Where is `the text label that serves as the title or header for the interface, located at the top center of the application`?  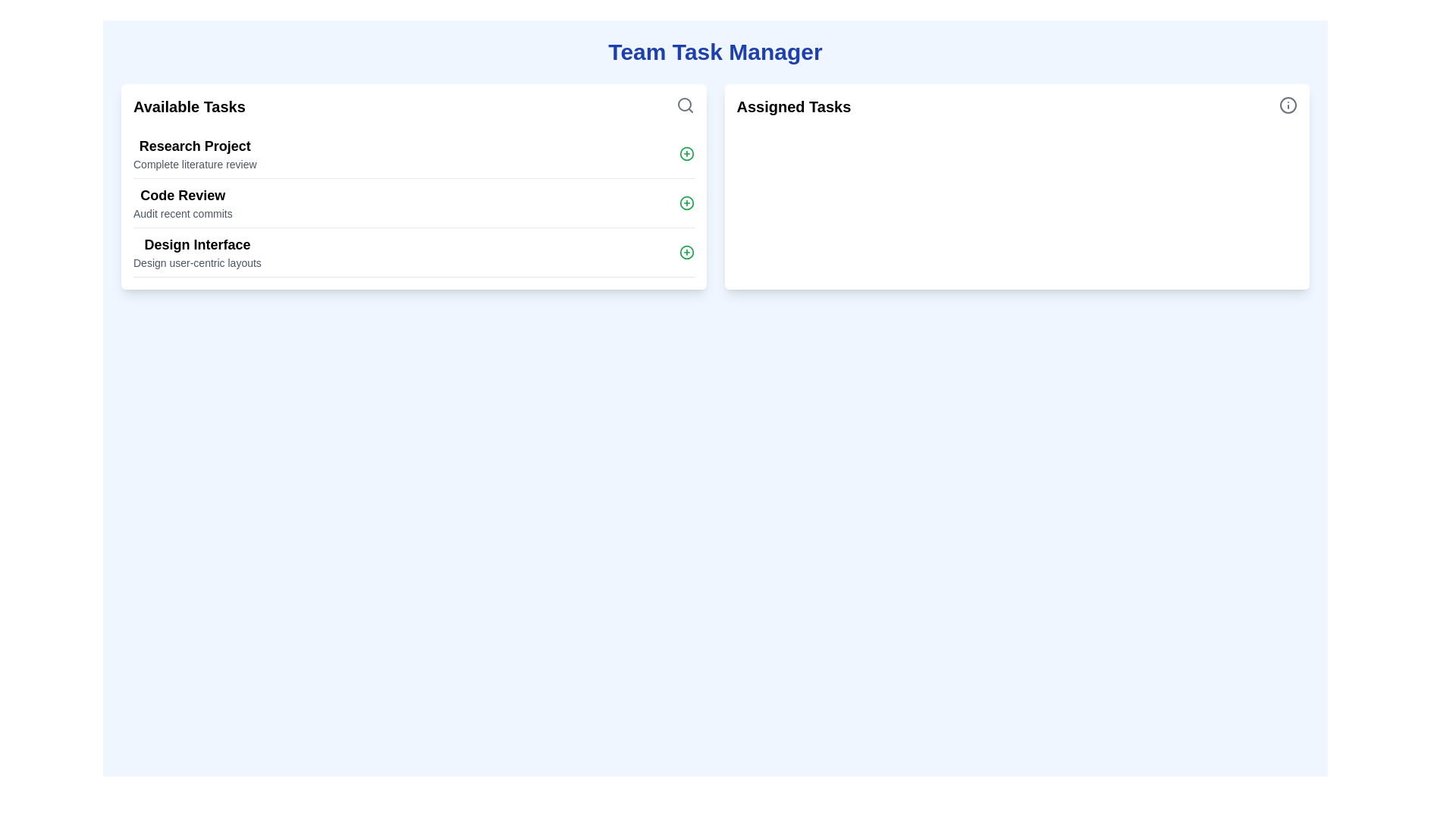
the text label that serves as the title or header for the interface, located at the top center of the application is located at coordinates (714, 52).